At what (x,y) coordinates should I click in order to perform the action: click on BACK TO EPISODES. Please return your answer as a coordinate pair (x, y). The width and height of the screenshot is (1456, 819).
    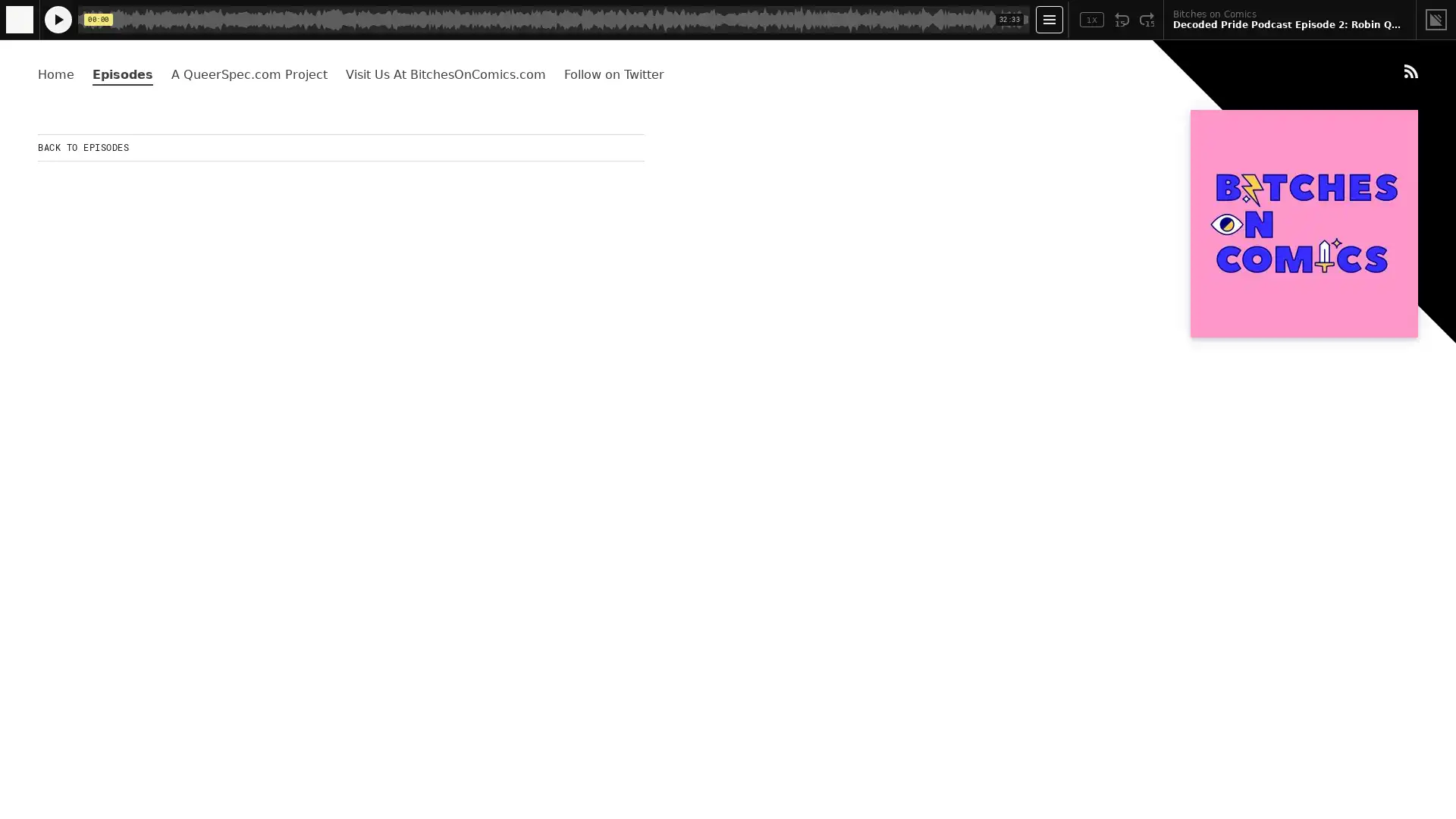
    Looking at the image, I should click on (340, 148).